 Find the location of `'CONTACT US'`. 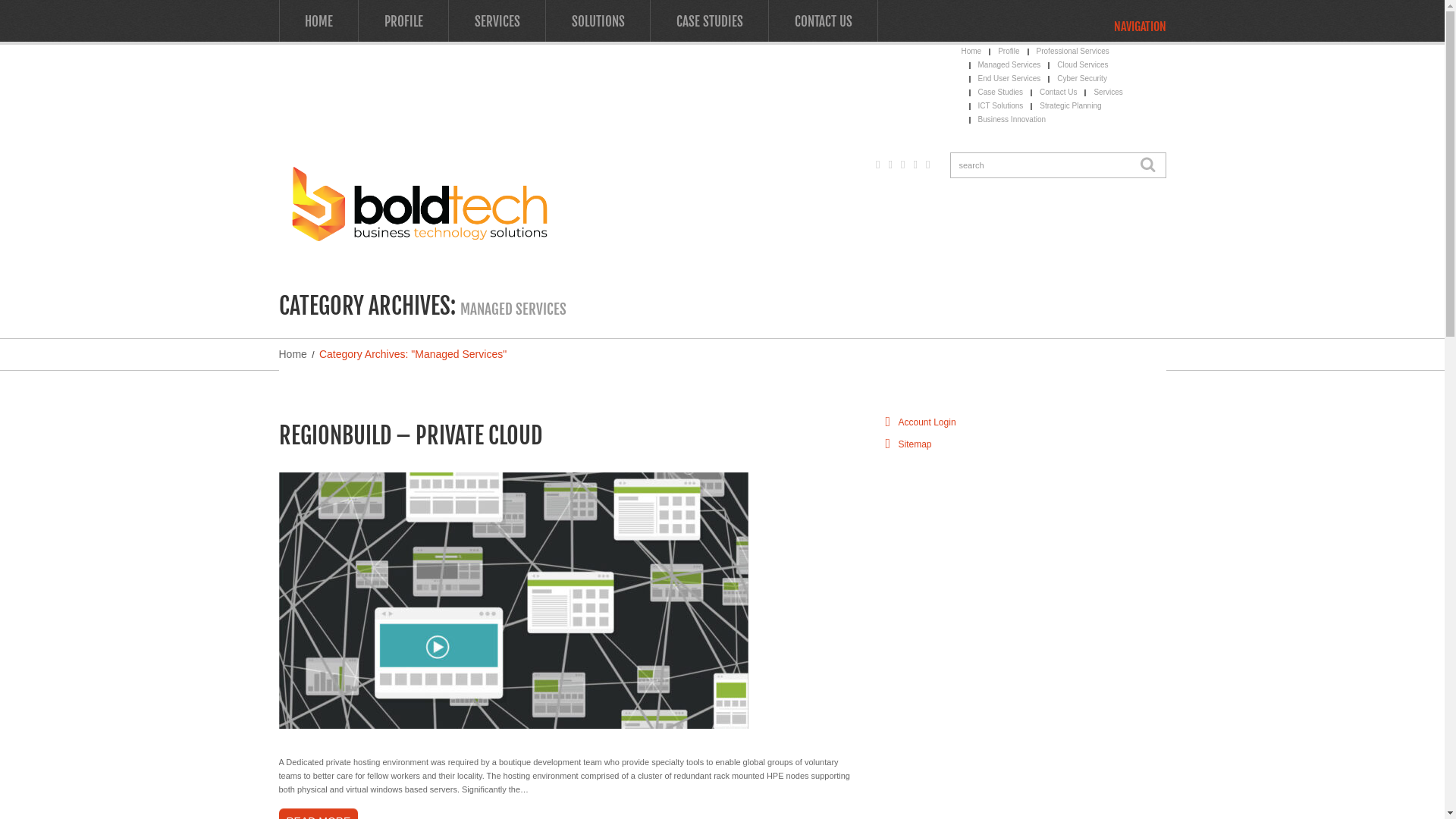

'CONTACT US' is located at coordinates (822, 20).